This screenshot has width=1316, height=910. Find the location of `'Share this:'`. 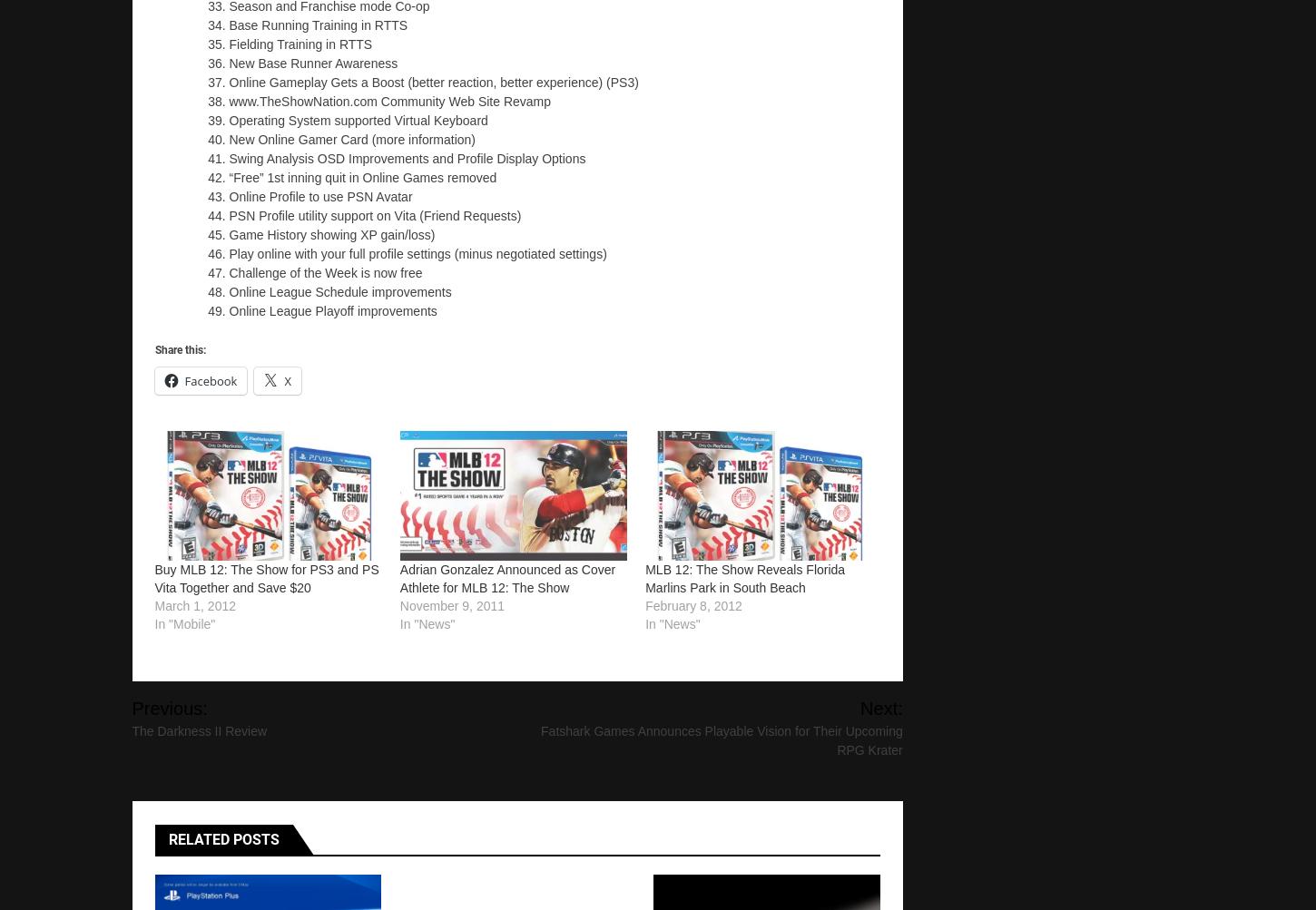

'Share this:' is located at coordinates (179, 347).